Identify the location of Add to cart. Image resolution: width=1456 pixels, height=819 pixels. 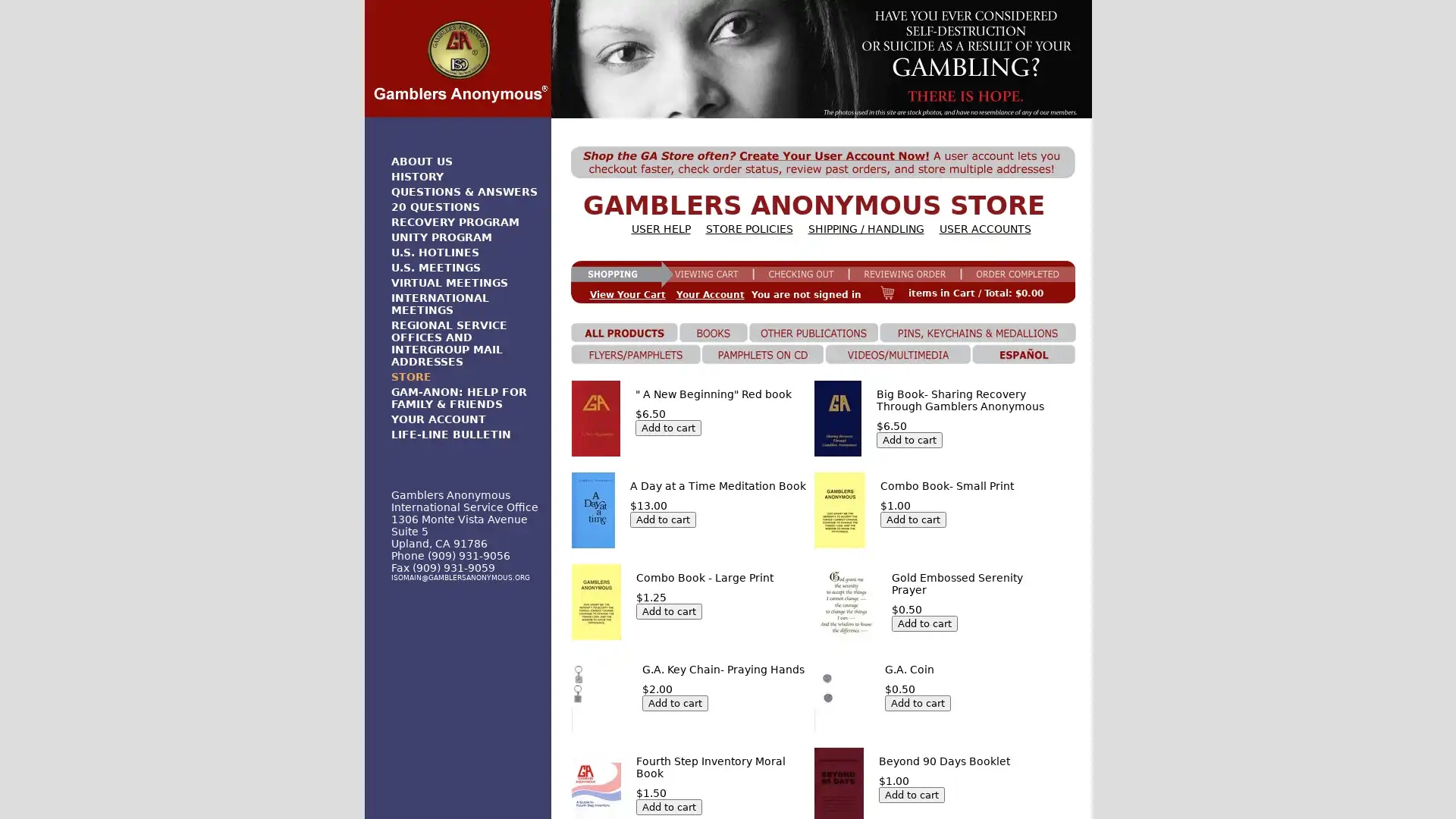
(909, 439).